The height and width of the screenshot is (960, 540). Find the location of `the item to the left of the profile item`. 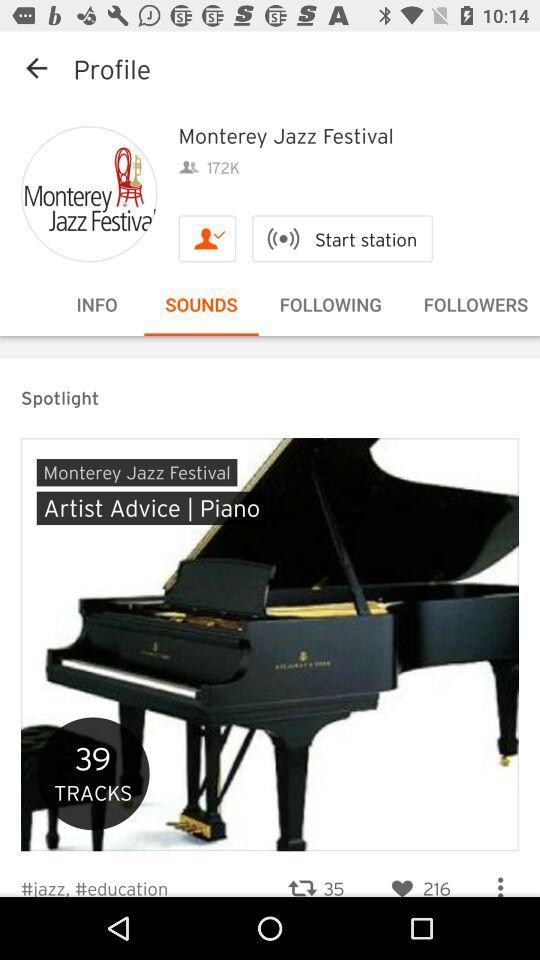

the item to the left of the profile item is located at coordinates (36, 68).